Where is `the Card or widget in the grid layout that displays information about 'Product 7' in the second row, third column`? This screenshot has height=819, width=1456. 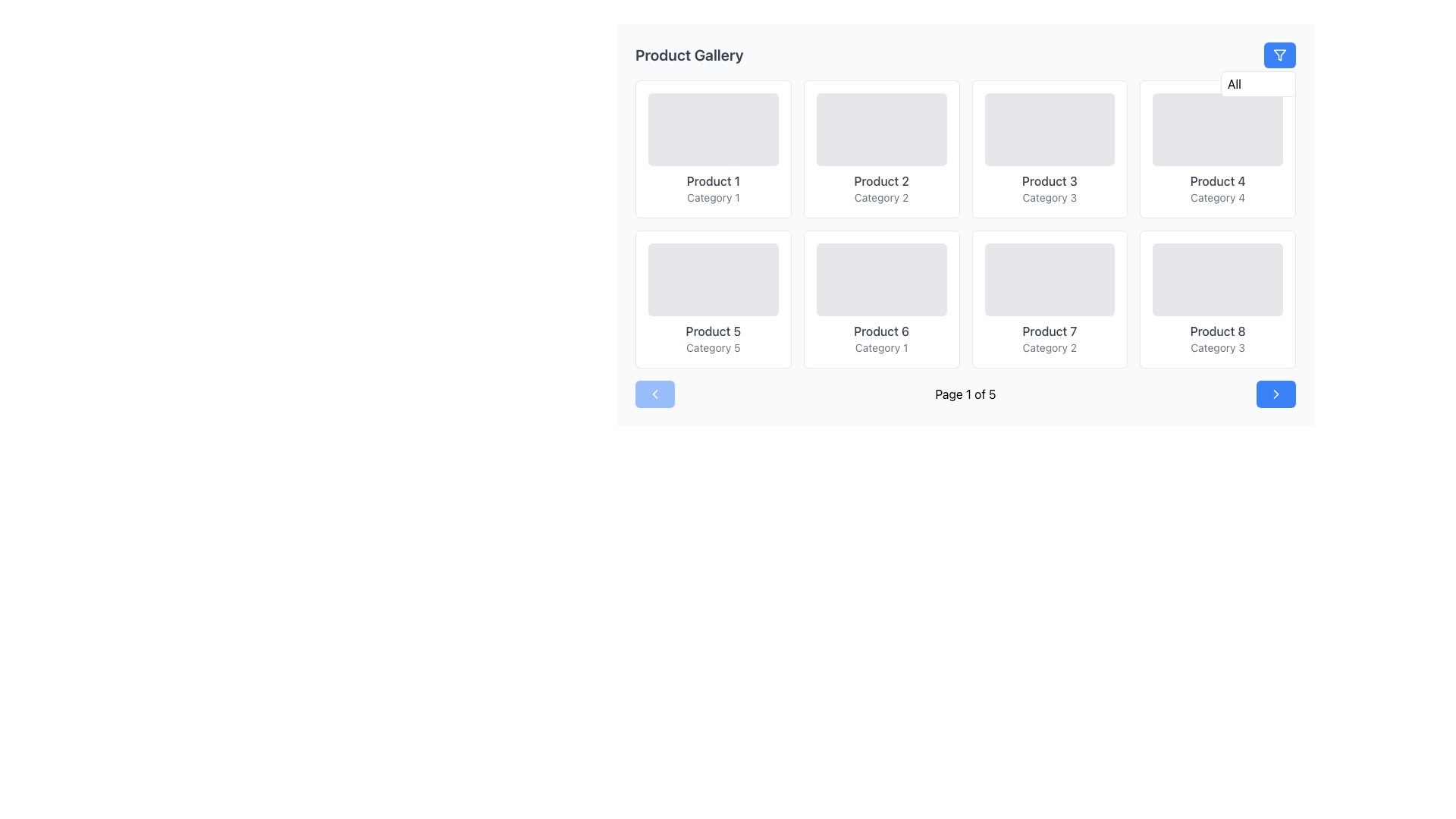 the Card or widget in the grid layout that displays information about 'Product 7' in the second row, third column is located at coordinates (1049, 299).